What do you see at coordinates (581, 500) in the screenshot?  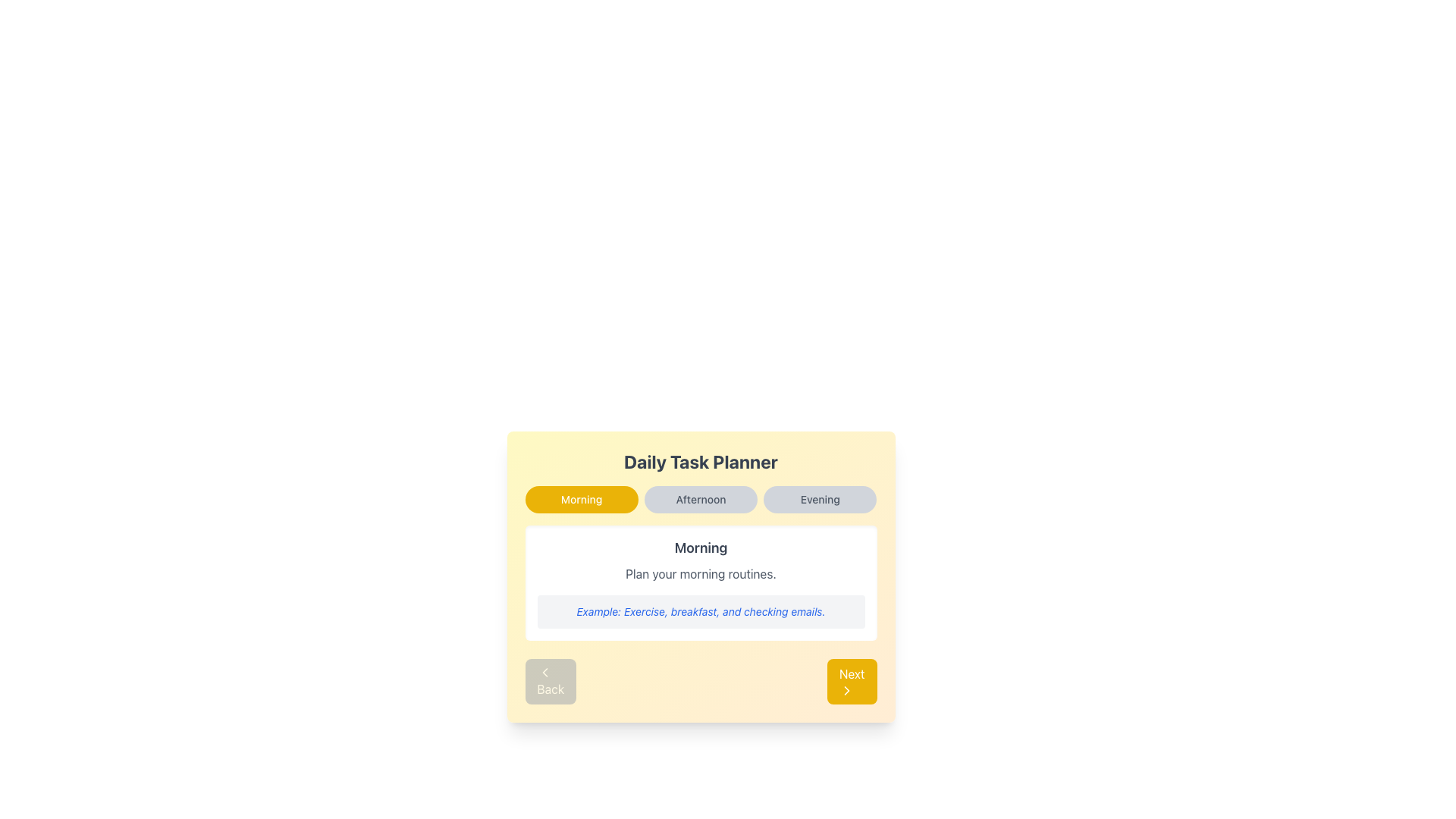 I see `the 'Morning' time slot button` at bounding box center [581, 500].